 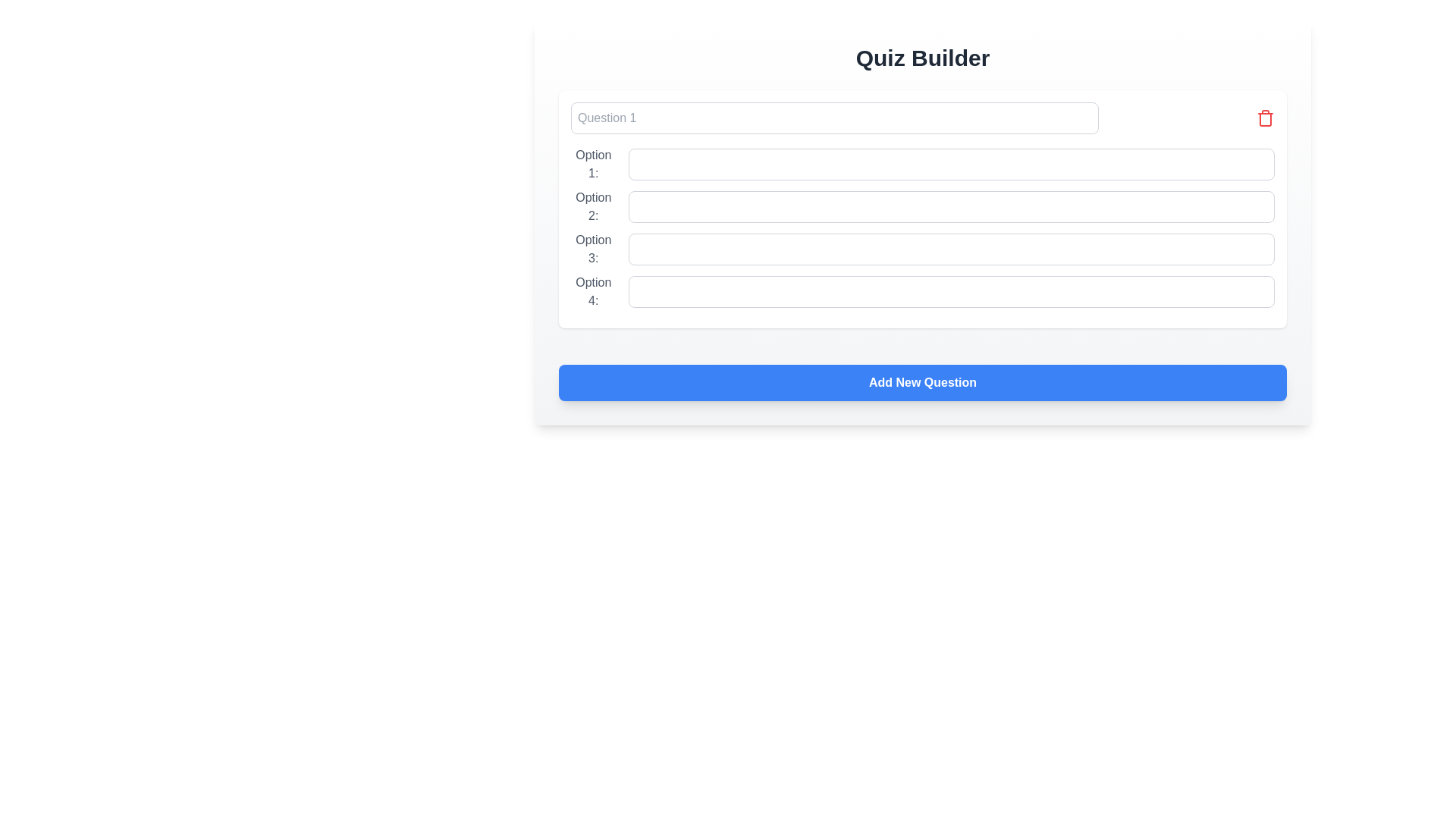 What do you see at coordinates (922, 248) in the screenshot?
I see `the input field for the third option in the quiz question to focus on it` at bounding box center [922, 248].